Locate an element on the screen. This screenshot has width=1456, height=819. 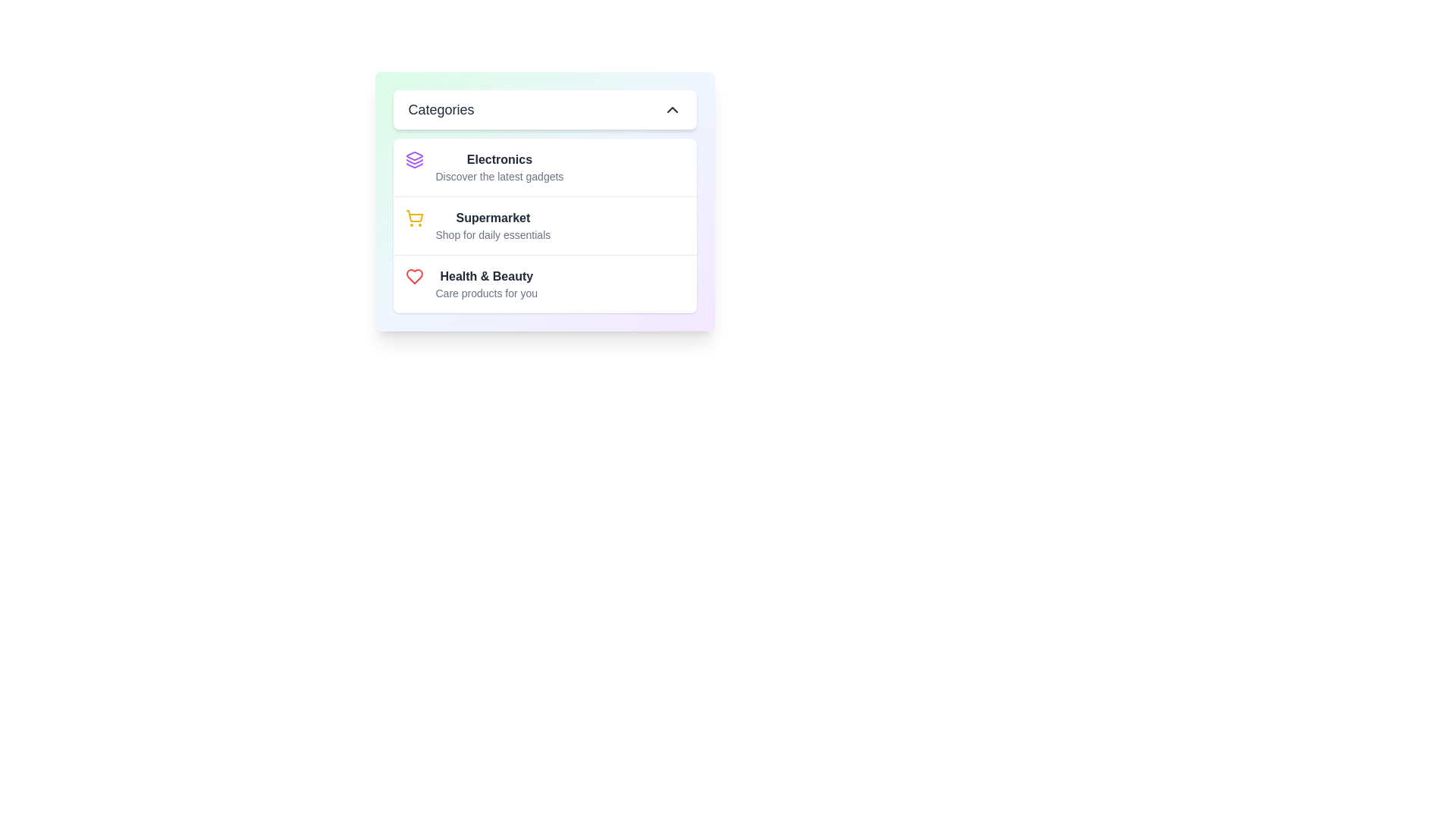
the icon located at the top-right corner of the 'Categories' section is located at coordinates (671, 109).